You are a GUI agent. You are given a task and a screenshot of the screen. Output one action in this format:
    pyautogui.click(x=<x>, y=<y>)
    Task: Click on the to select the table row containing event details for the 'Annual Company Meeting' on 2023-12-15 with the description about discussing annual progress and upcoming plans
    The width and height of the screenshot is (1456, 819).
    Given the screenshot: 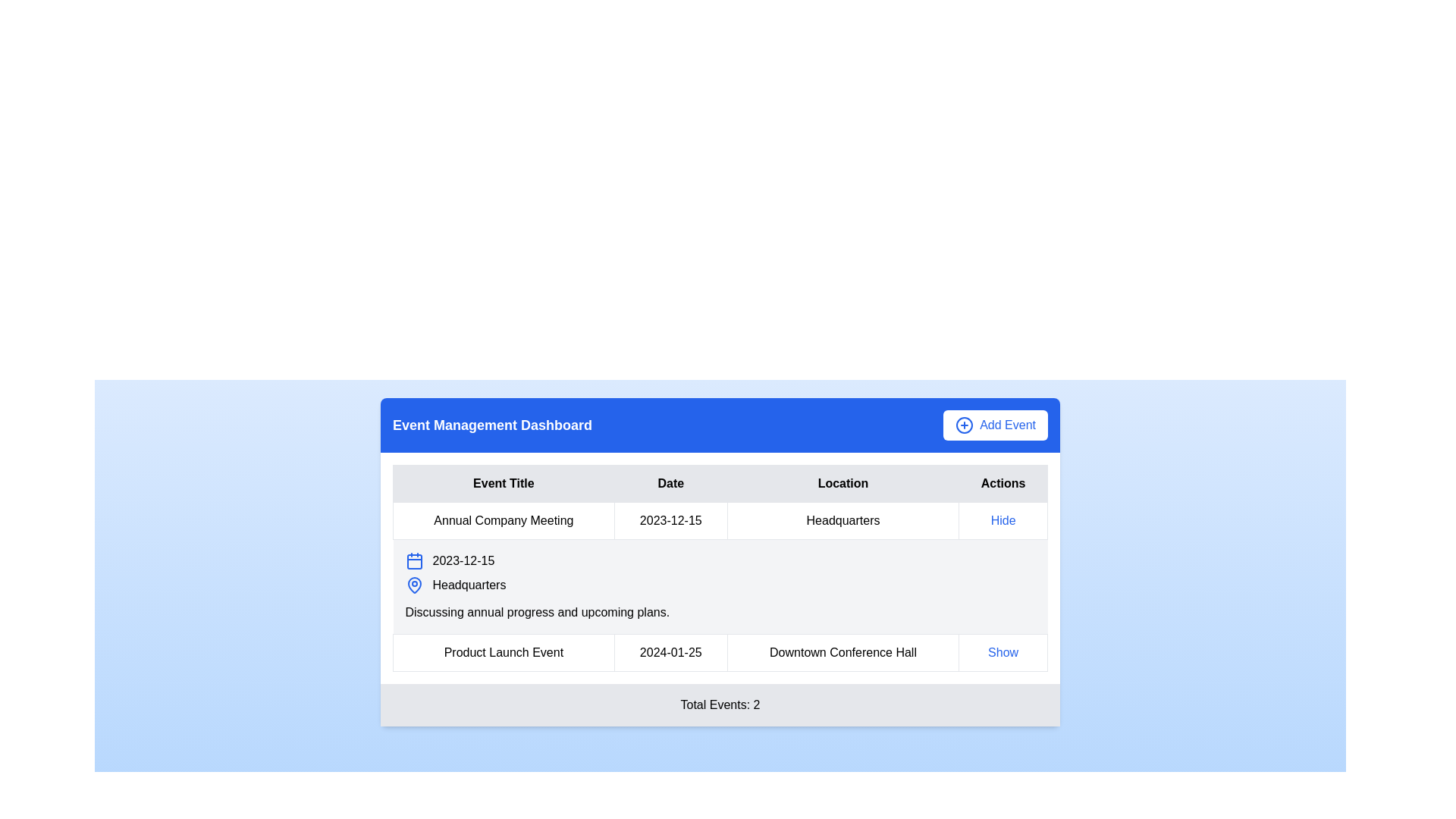 What is the action you would take?
    pyautogui.click(x=720, y=586)
    